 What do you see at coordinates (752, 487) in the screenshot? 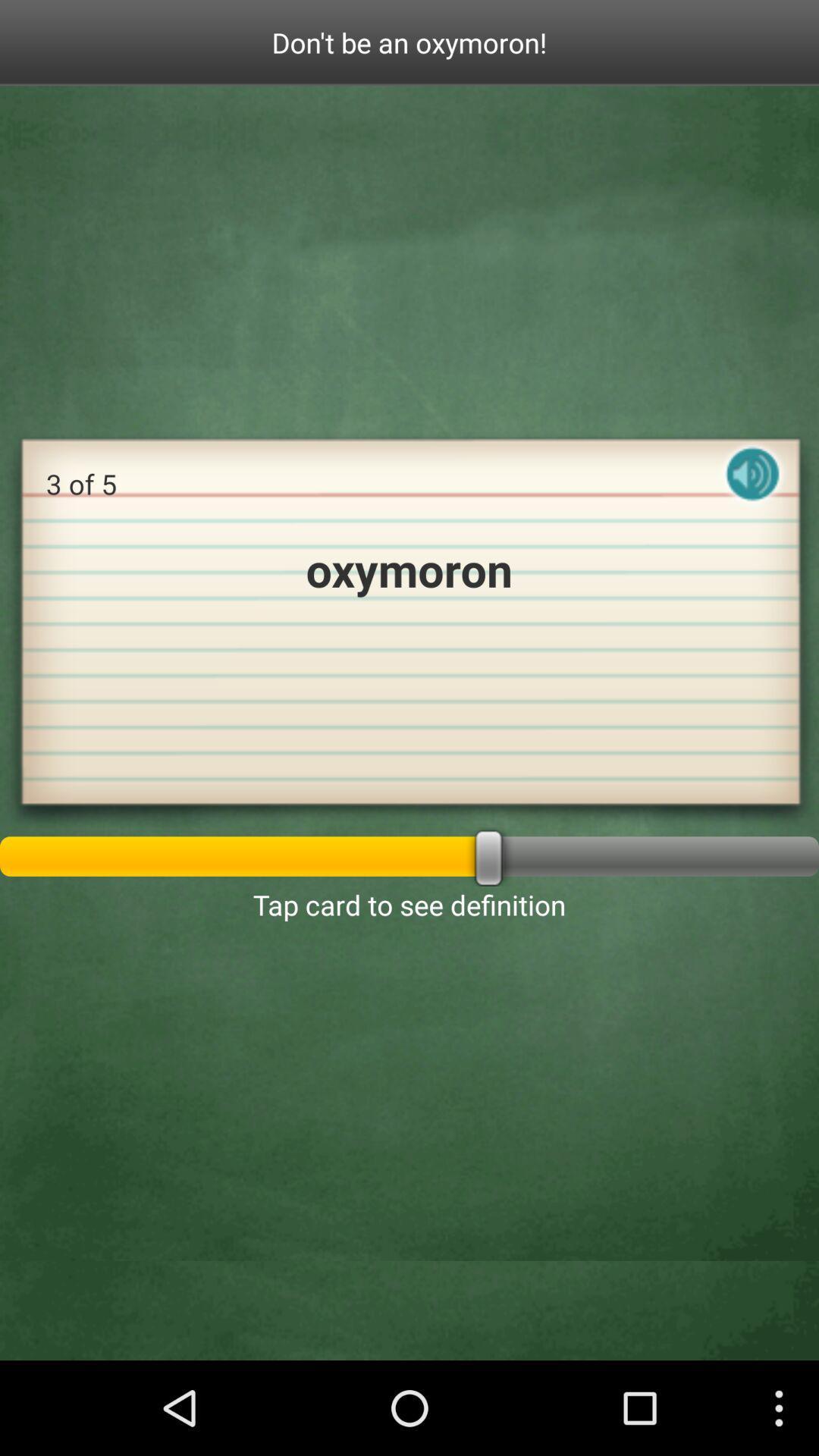
I see `sound` at bounding box center [752, 487].